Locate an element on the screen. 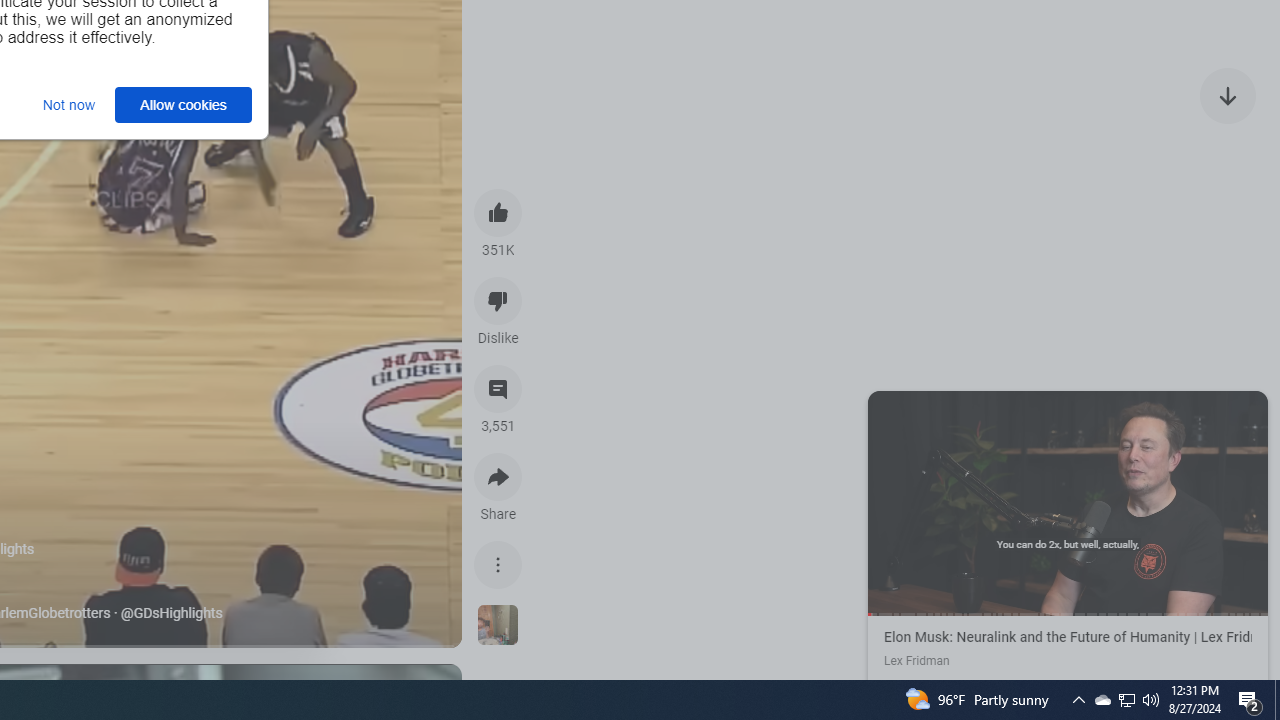 This screenshot has height=720, width=1280. 'Dislike this video' is located at coordinates (498, 300).